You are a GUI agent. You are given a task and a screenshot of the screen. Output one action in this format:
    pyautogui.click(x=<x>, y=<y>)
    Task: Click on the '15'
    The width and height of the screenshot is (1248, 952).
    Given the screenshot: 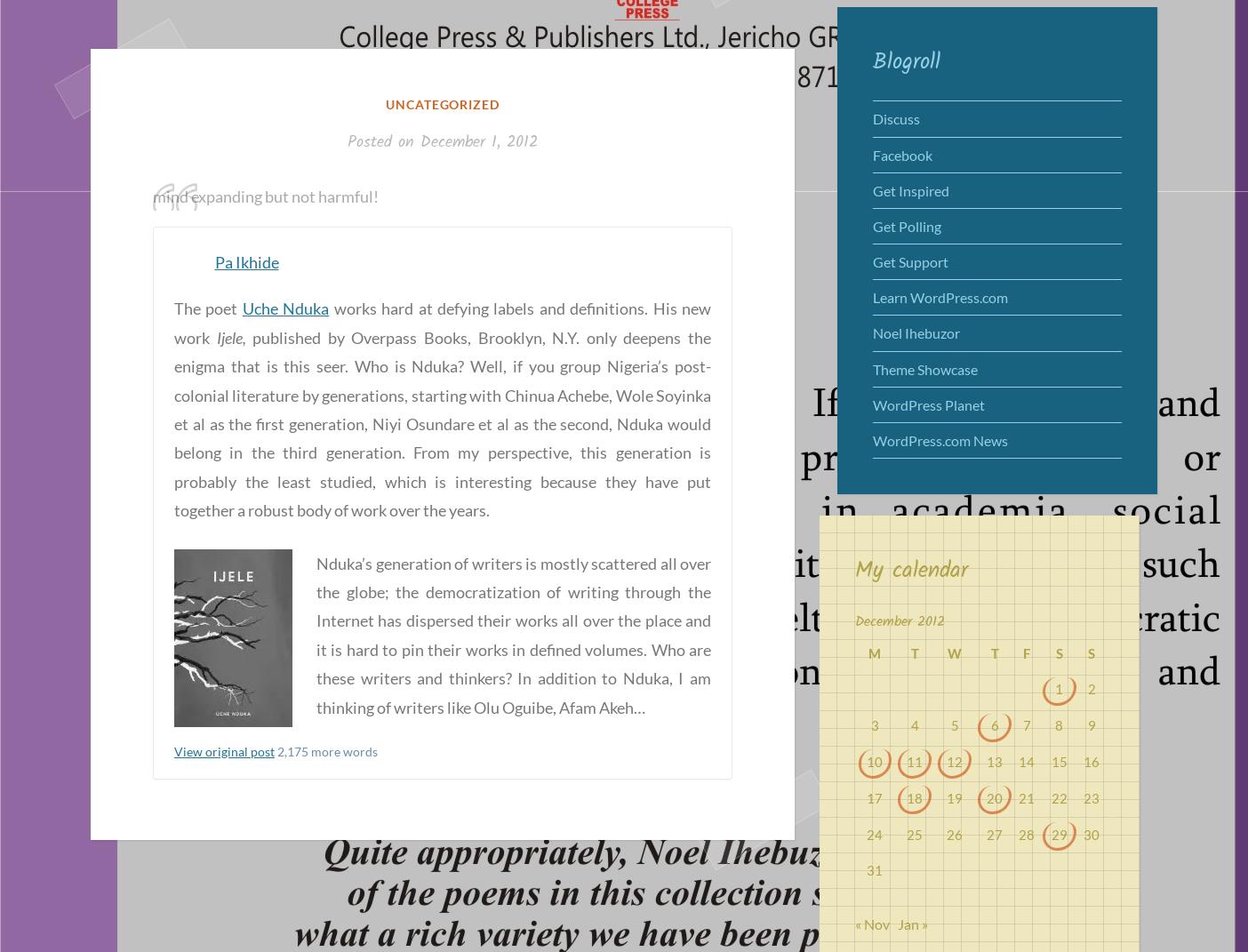 What is the action you would take?
    pyautogui.click(x=1050, y=761)
    